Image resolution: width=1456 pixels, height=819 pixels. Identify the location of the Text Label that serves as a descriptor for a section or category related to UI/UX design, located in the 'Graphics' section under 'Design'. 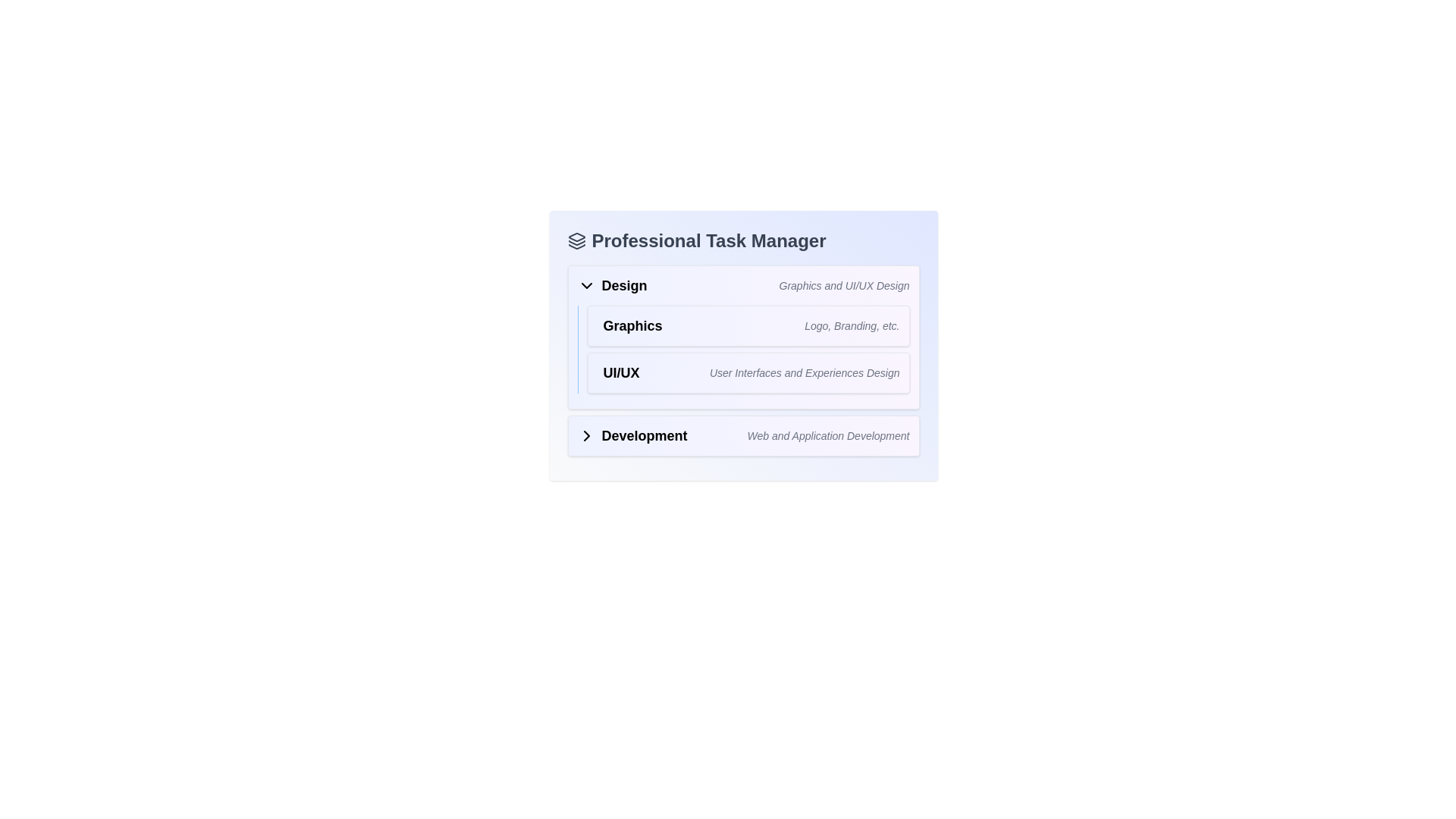
(621, 373).